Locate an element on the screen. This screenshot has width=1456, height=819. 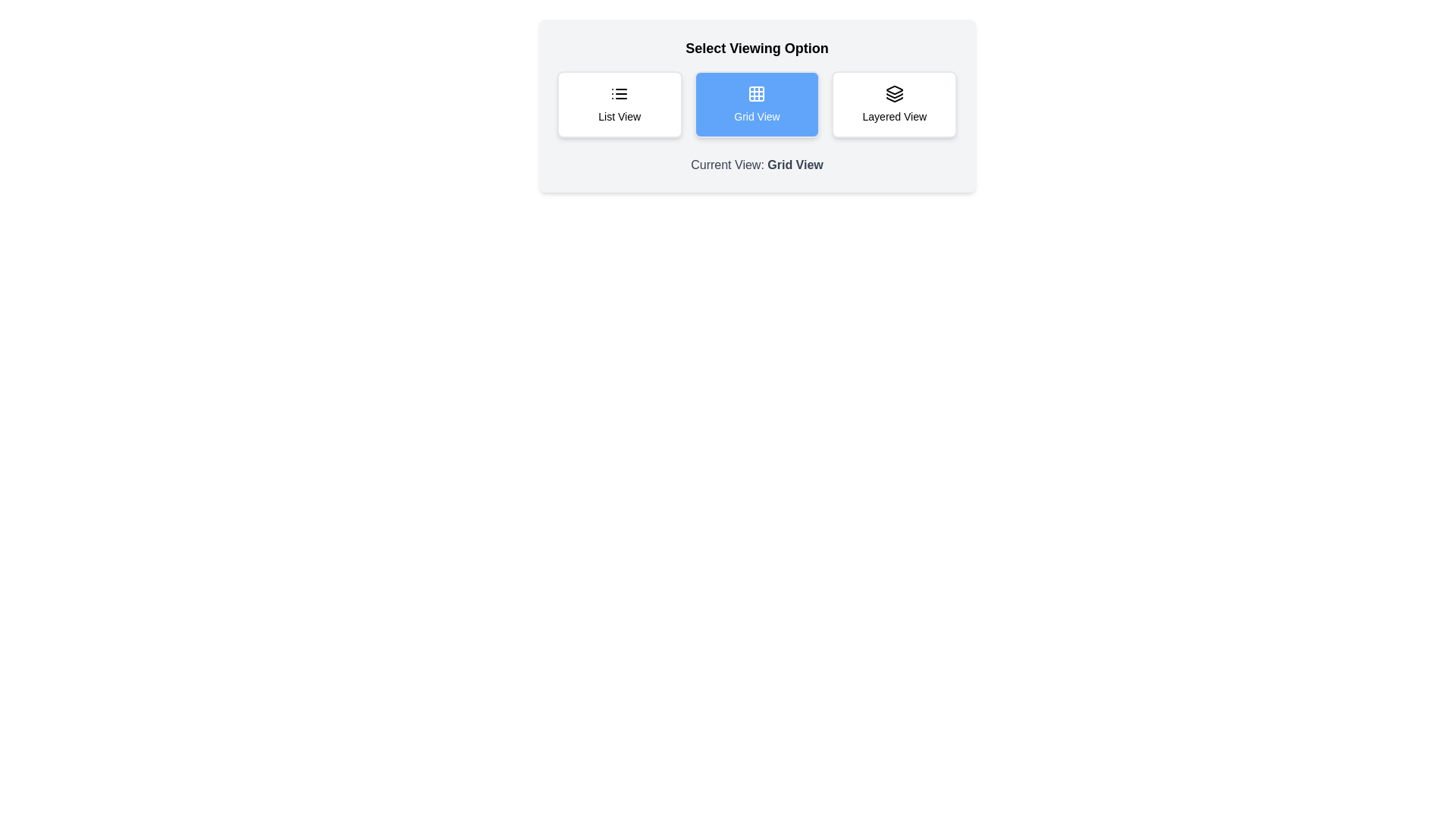
the 'Grid View' text label located at the bottom-center of the viewing options panel, which indicates the currently selected layout view is located at coordinates (795, 165).